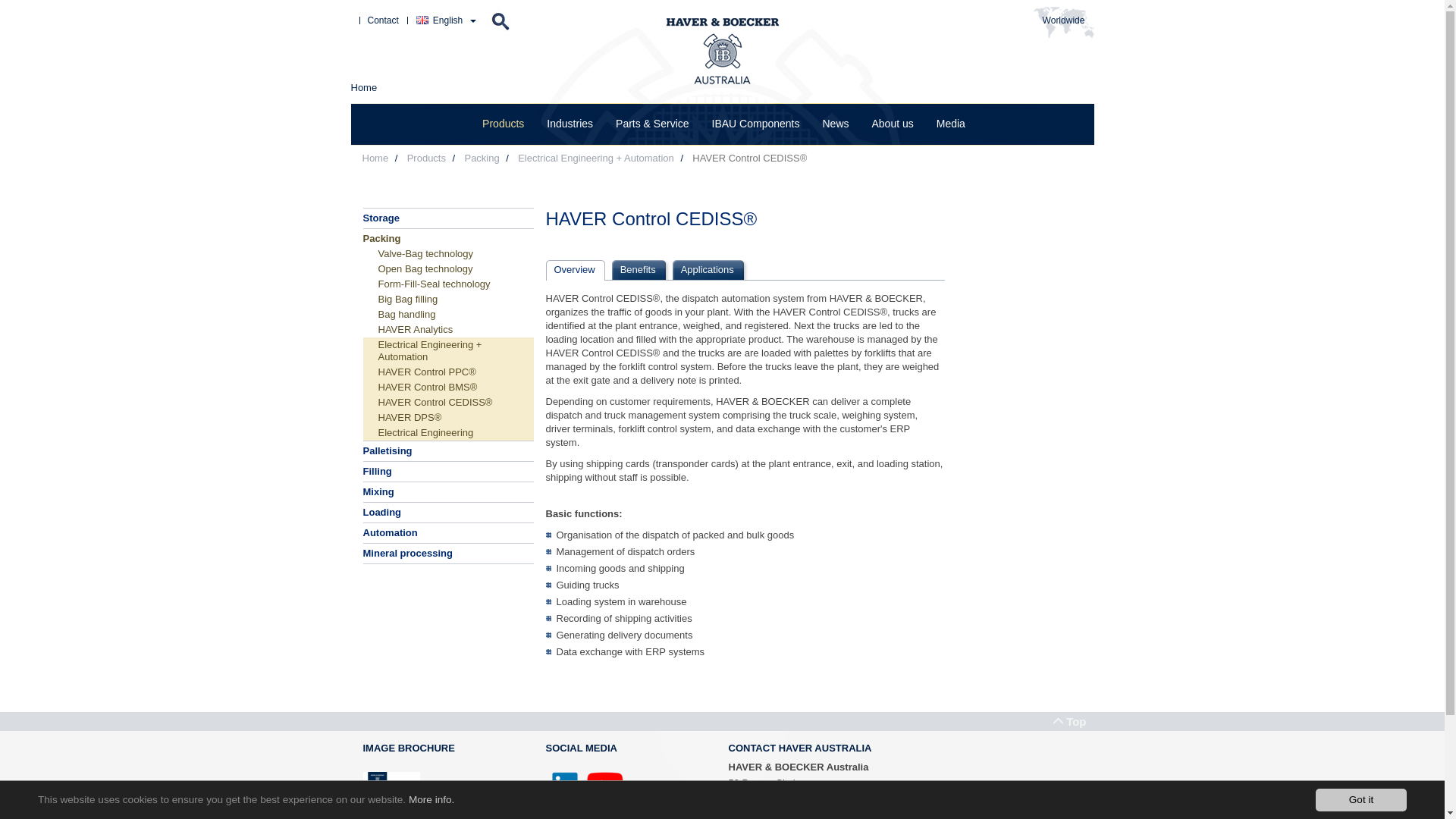 This screenshot has width=1456, height=819. Describe the element at coordinates (834, 123) in the screenshot. I see `'News'` at that location.